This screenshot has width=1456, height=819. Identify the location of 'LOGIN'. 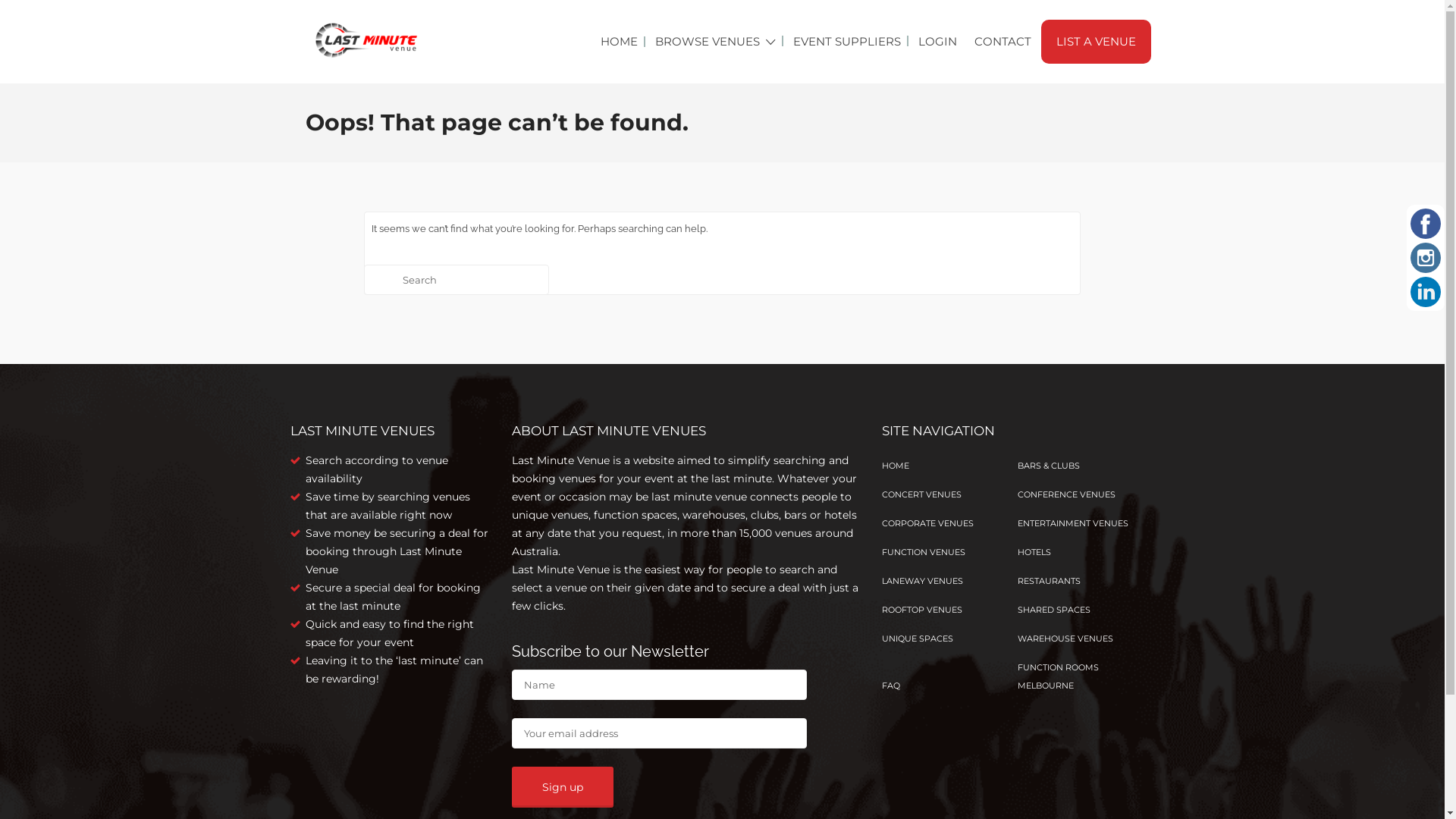
(936, 40).